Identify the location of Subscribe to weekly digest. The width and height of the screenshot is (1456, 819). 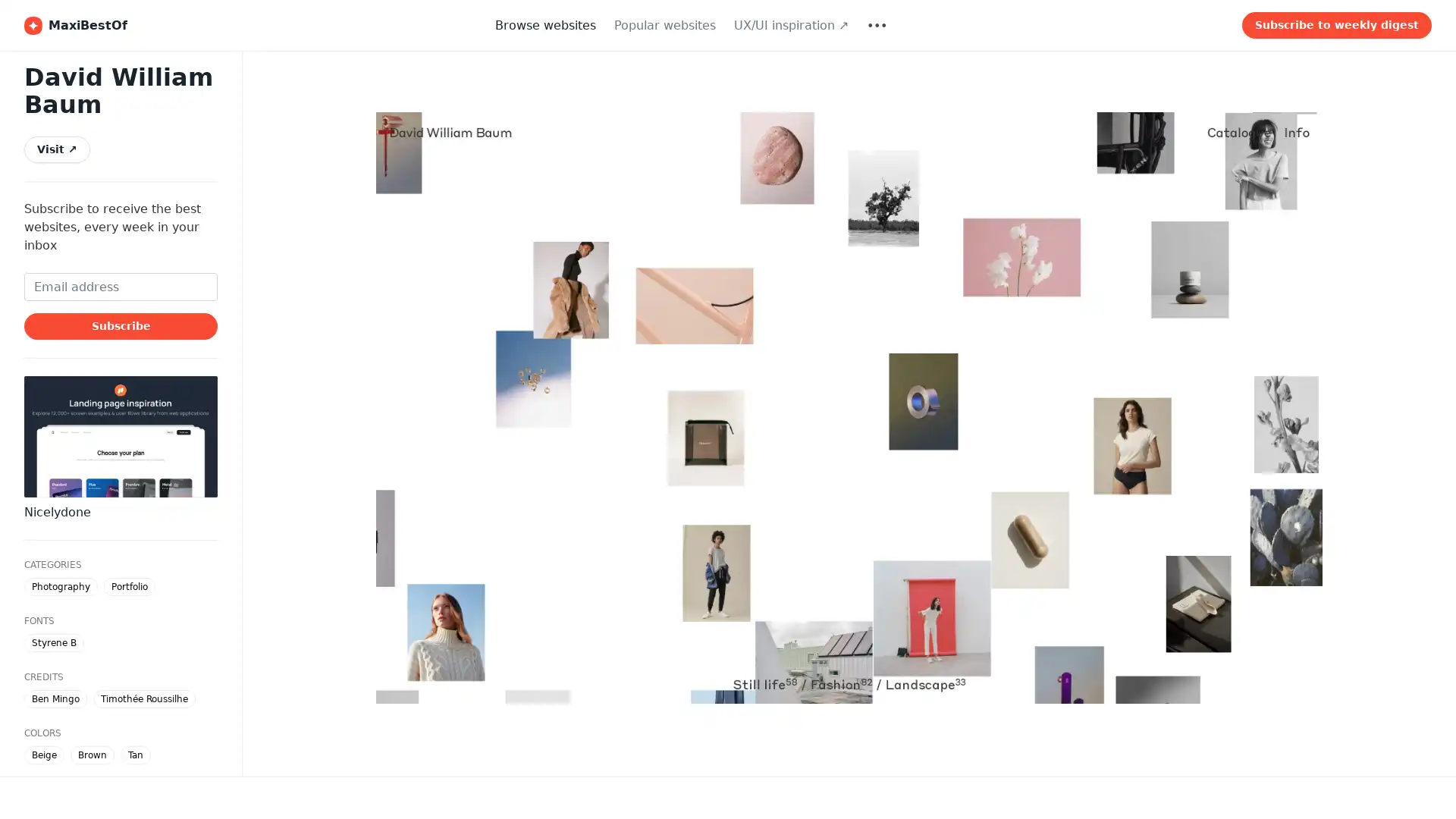
(1336, 25).